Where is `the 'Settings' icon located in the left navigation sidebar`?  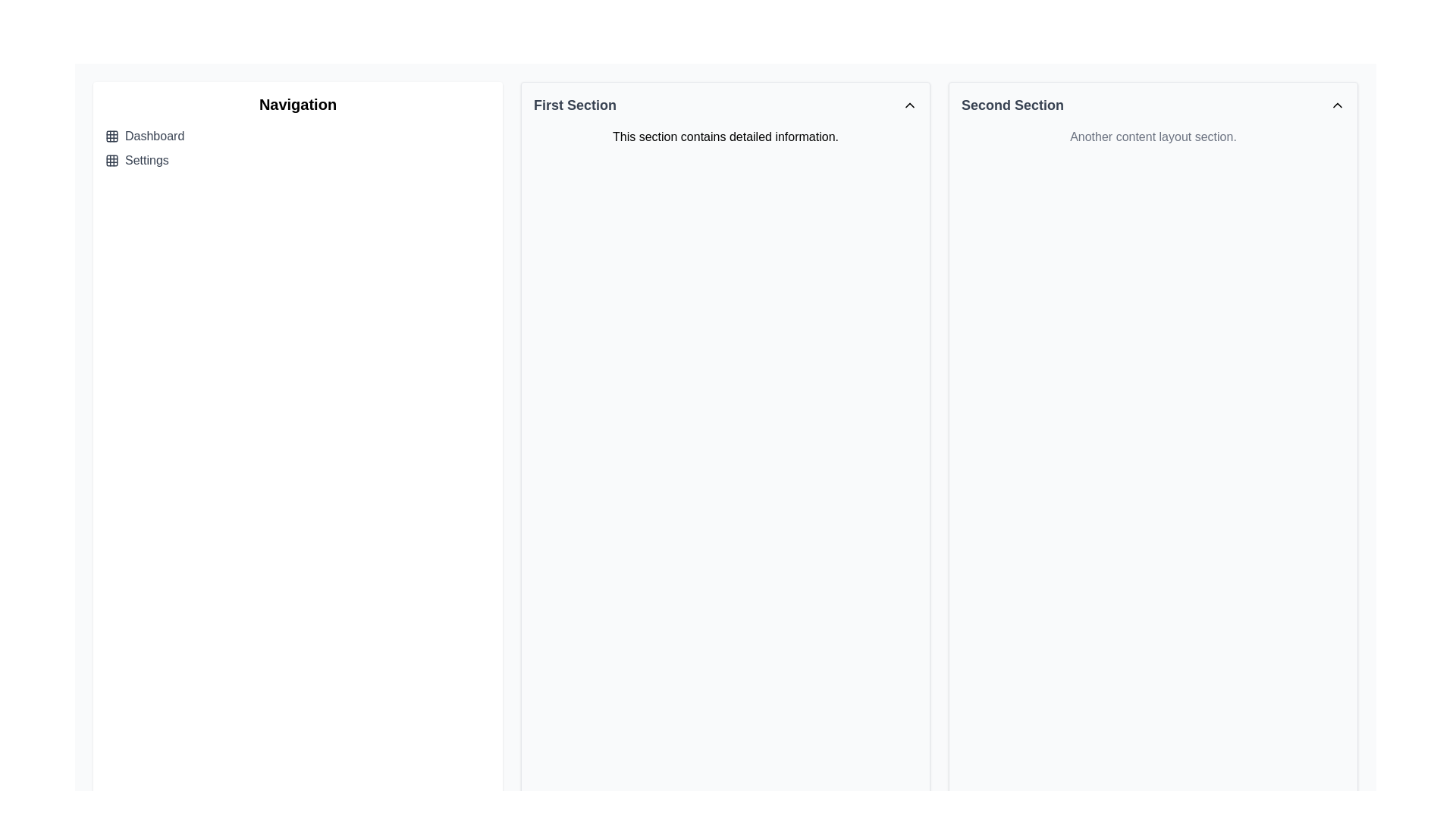 the 'Settings' icon located in the left navigation sidebar is located at coordinates (111, 161).